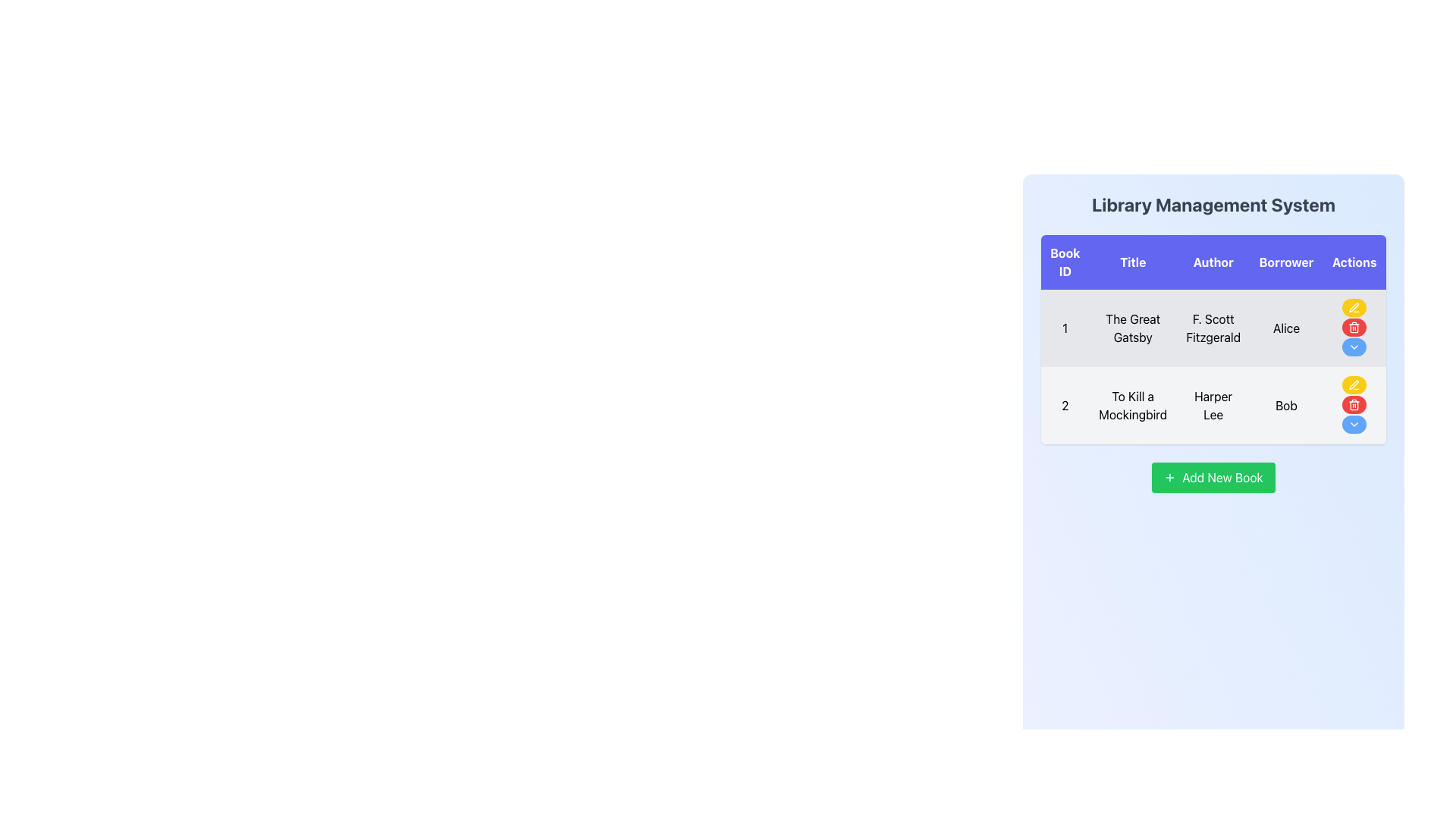 The height and width of the screenshot is (819, 1456). Describe the element at coordinates (1354, 307) in the screenshot. I see `the 'edit' icon represented by a pen in the Actions column of the second row in the table` at that location.